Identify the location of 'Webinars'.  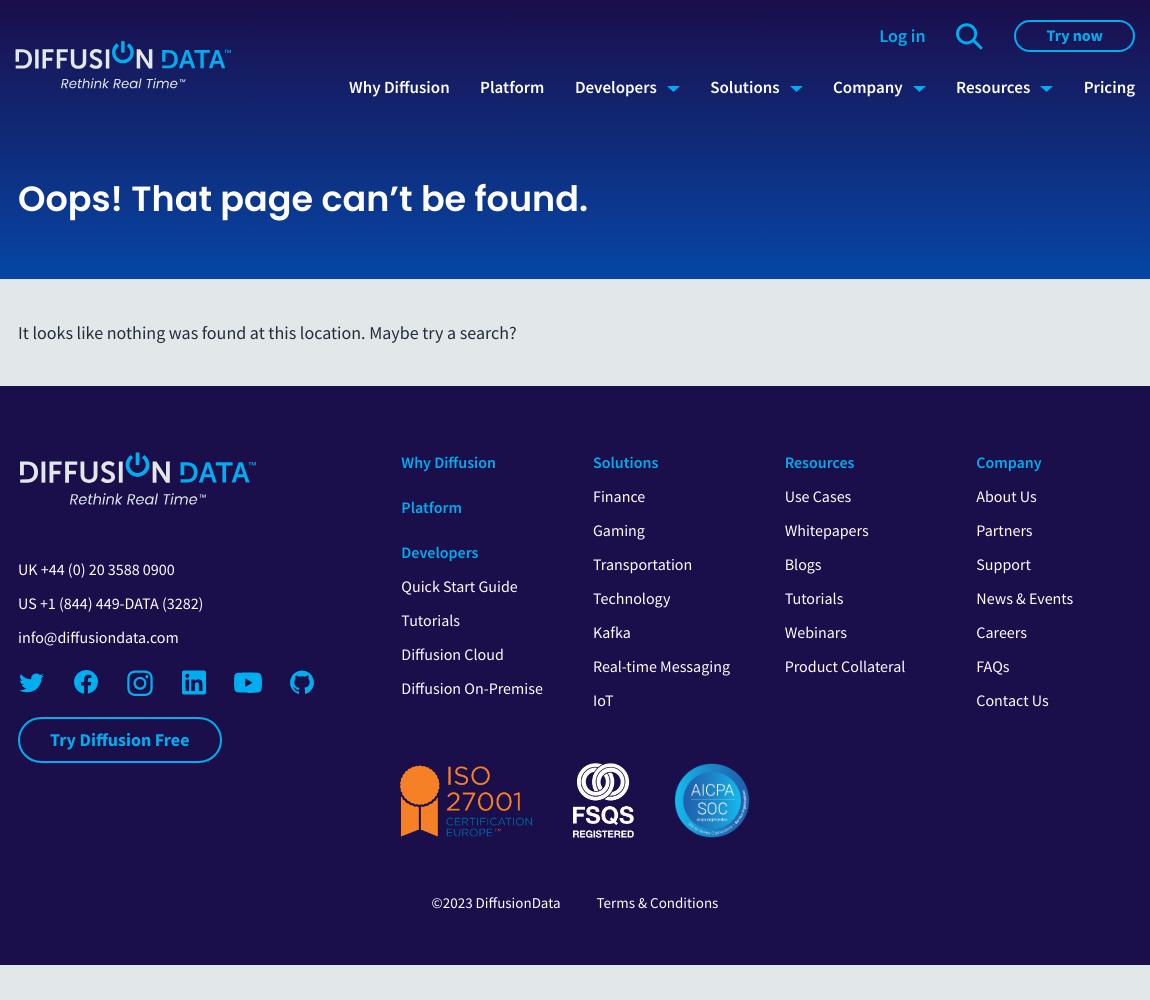
(814, 633).